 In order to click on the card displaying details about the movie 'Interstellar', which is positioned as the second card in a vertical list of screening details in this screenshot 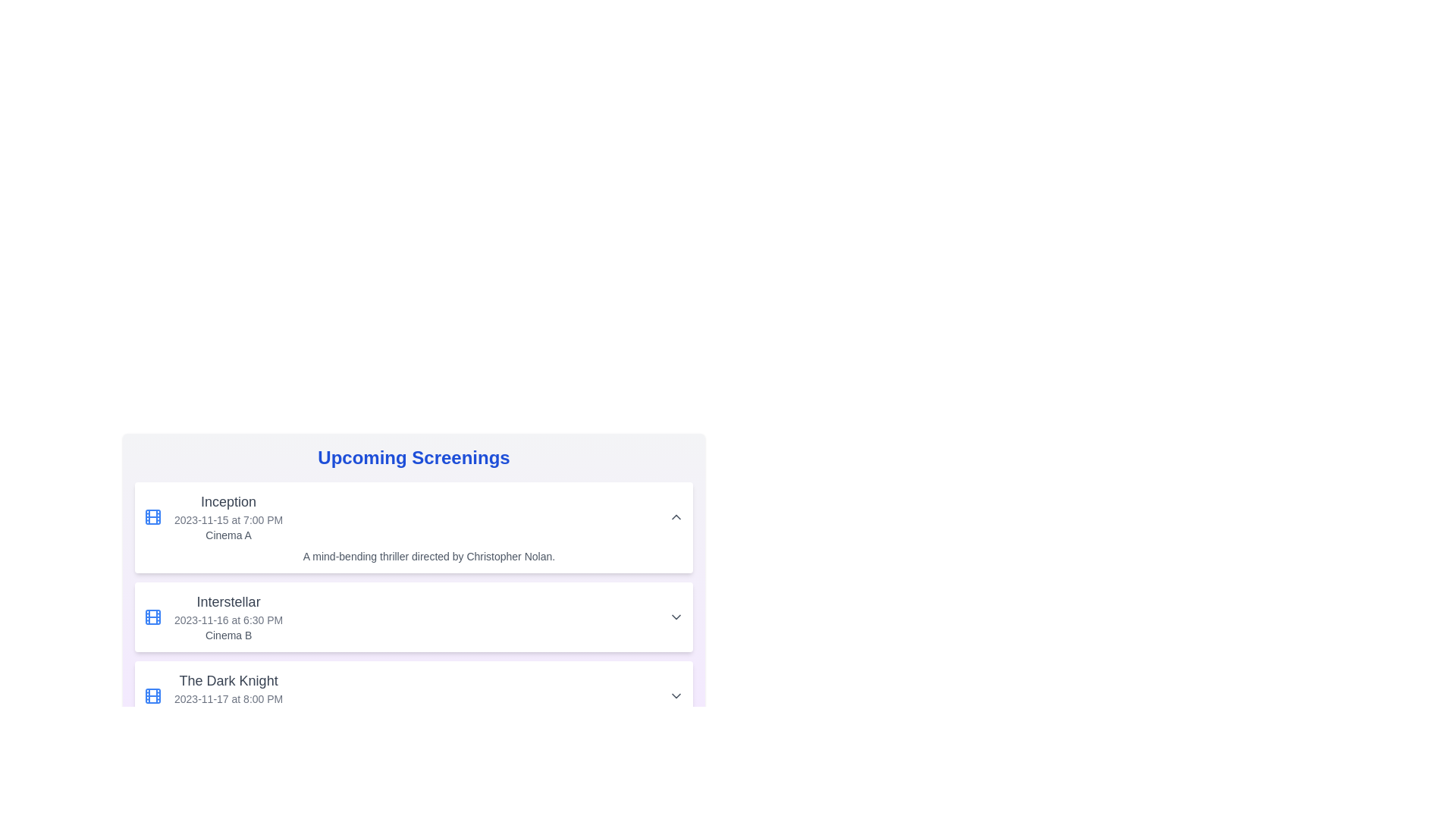, I will do `click(414, 587)`.